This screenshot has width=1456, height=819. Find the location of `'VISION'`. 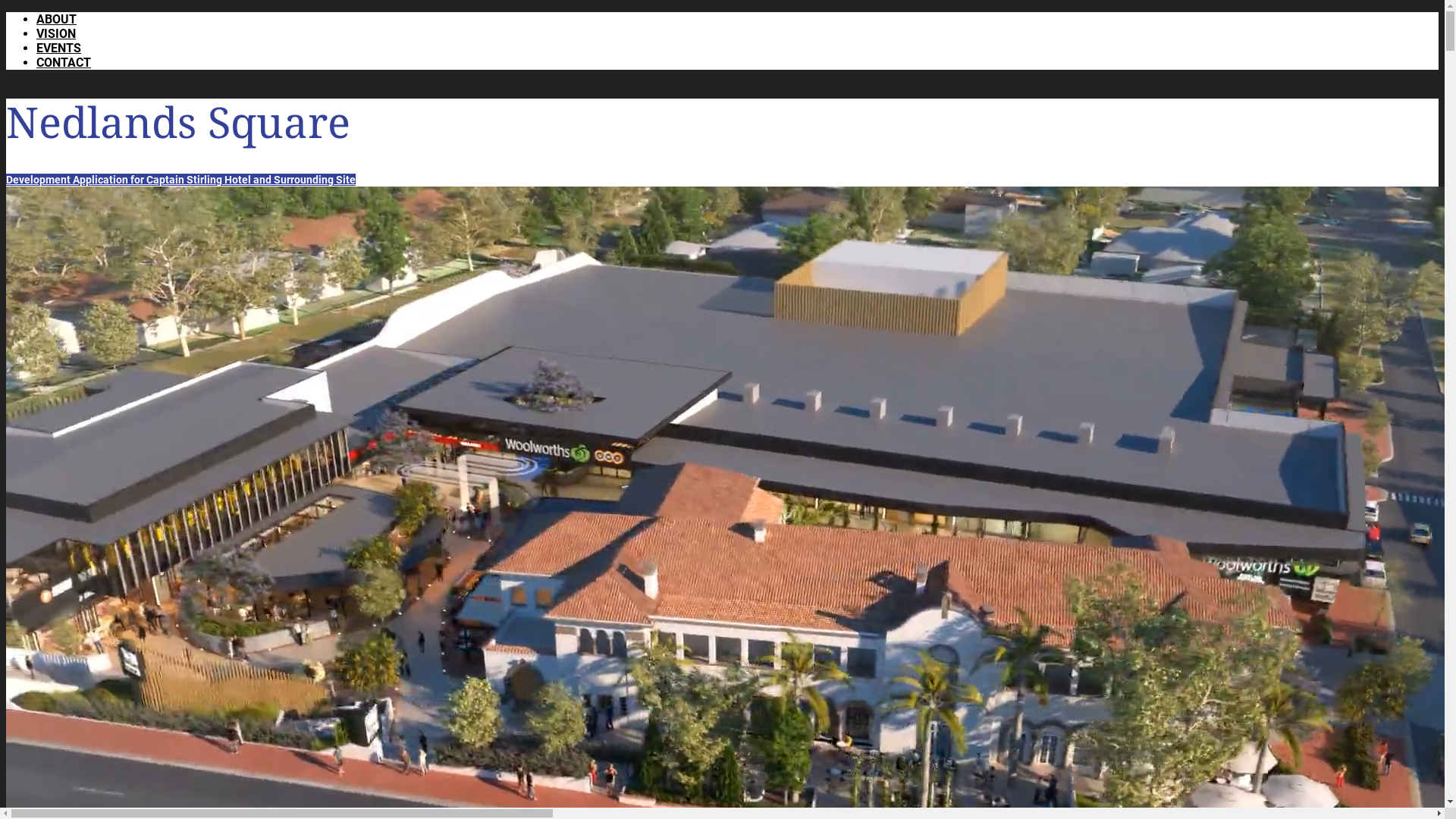

'VISION' is located at coordinates (55, 33).